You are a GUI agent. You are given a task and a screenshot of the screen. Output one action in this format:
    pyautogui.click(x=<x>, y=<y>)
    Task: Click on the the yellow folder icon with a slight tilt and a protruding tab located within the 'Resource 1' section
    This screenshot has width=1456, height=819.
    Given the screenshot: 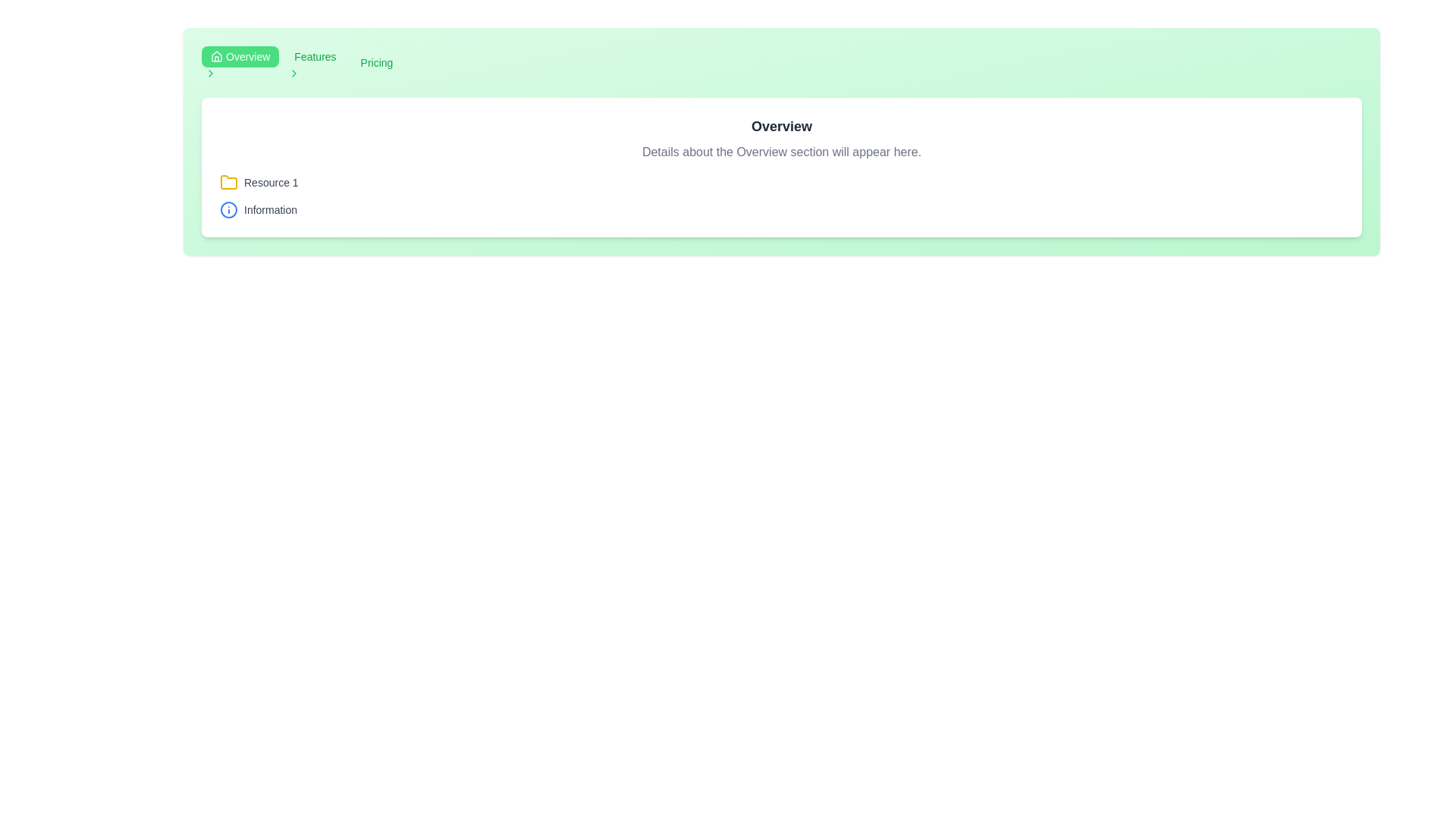 What is the action you would take?
    pyautogui.click(x=228, y=180)
    